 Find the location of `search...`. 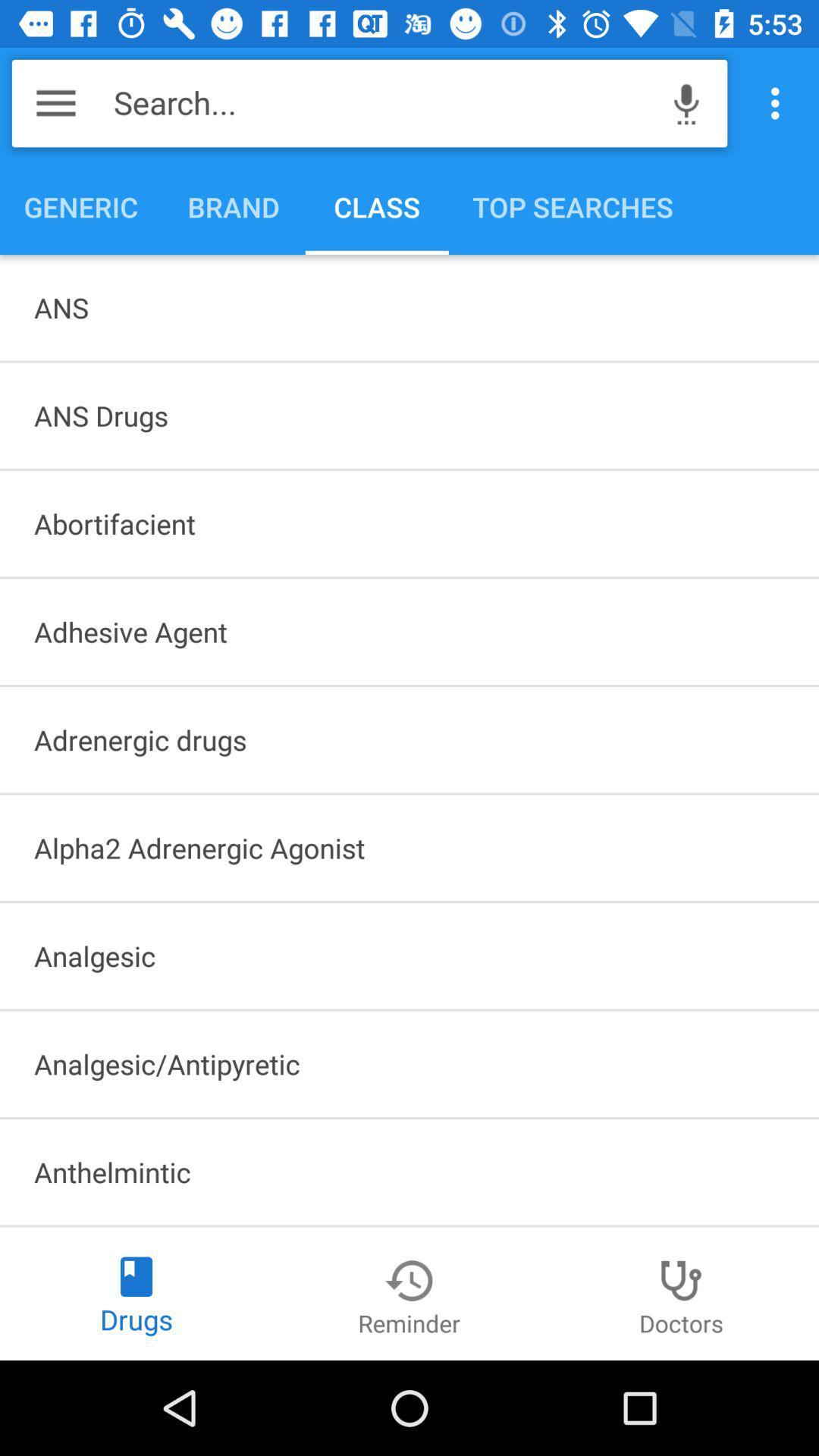

search... is located at coordinates (382, 102).